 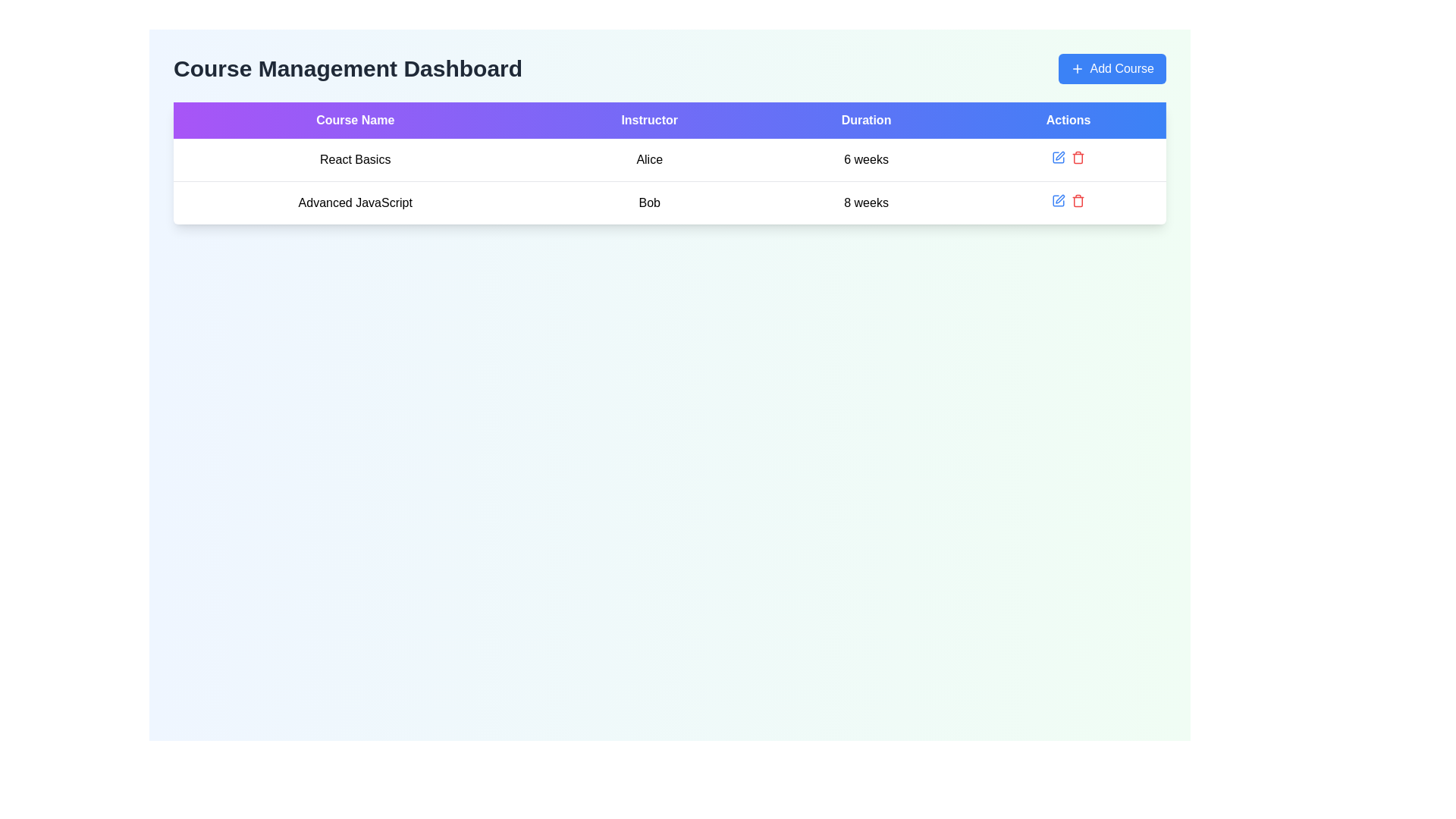 I want to click on the pencil icon button located in the second row of the table under the 'Actions' column, so click(x=1059, y=198).